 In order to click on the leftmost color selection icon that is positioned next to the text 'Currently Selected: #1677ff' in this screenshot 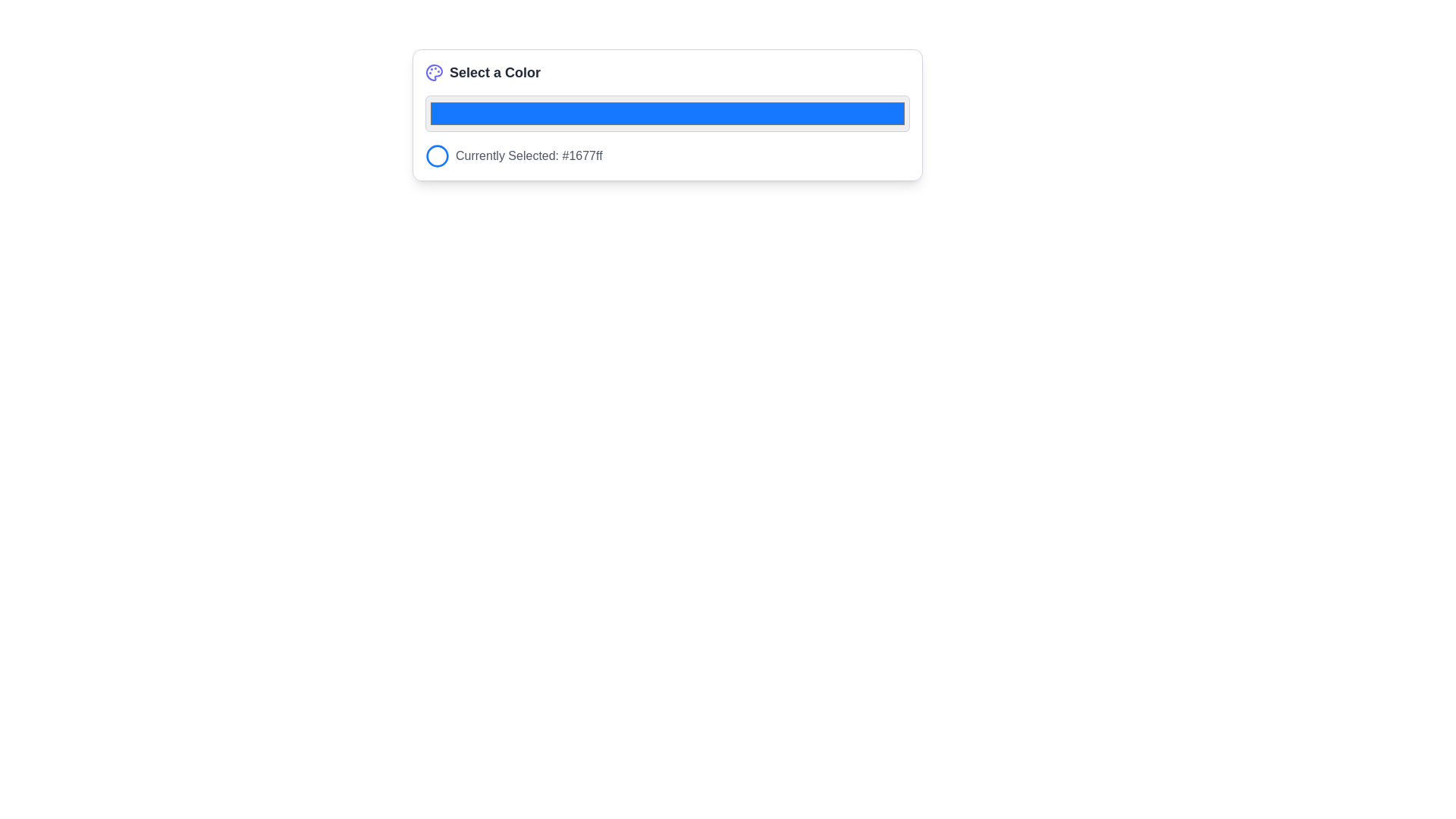, I will do `click(436, 155)`.